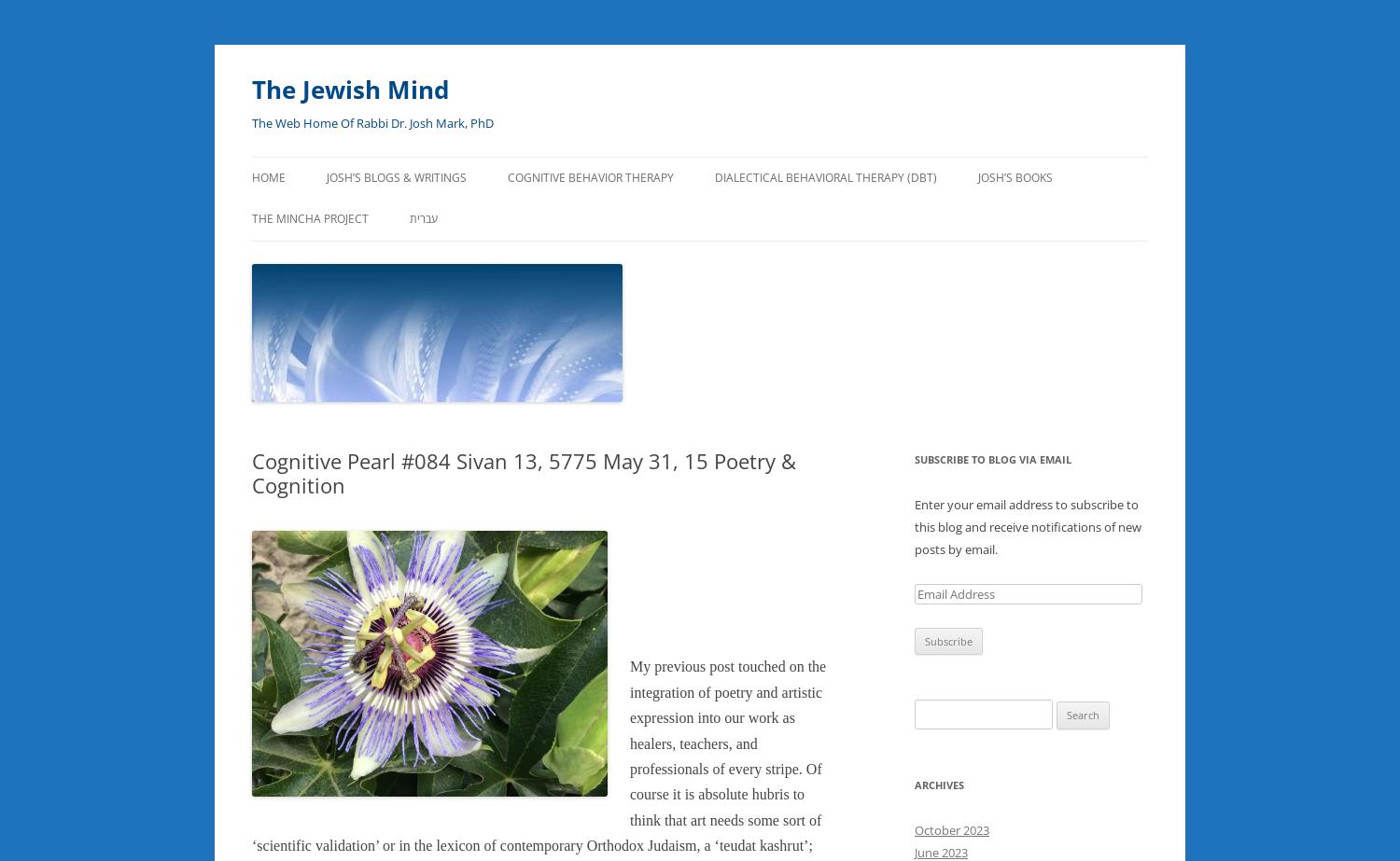 This screenshot has width=1400, height=861. Describe the element at coordinates (591, 177) in the screenshot. I see `'Cognitive Behavior Therapy'` at that location.